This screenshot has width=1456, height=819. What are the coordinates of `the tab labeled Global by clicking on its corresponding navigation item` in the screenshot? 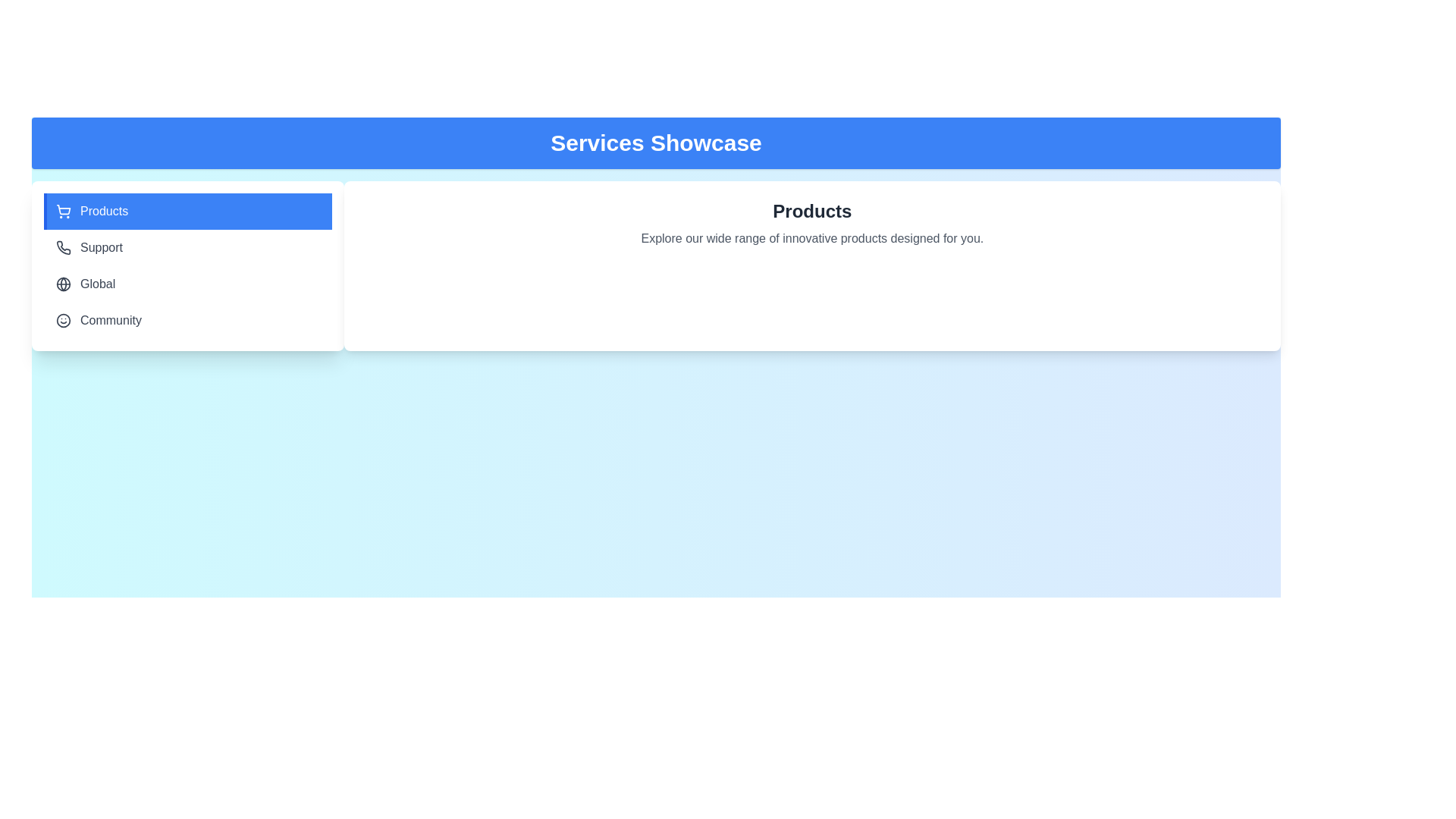 It's located at (187, 284).